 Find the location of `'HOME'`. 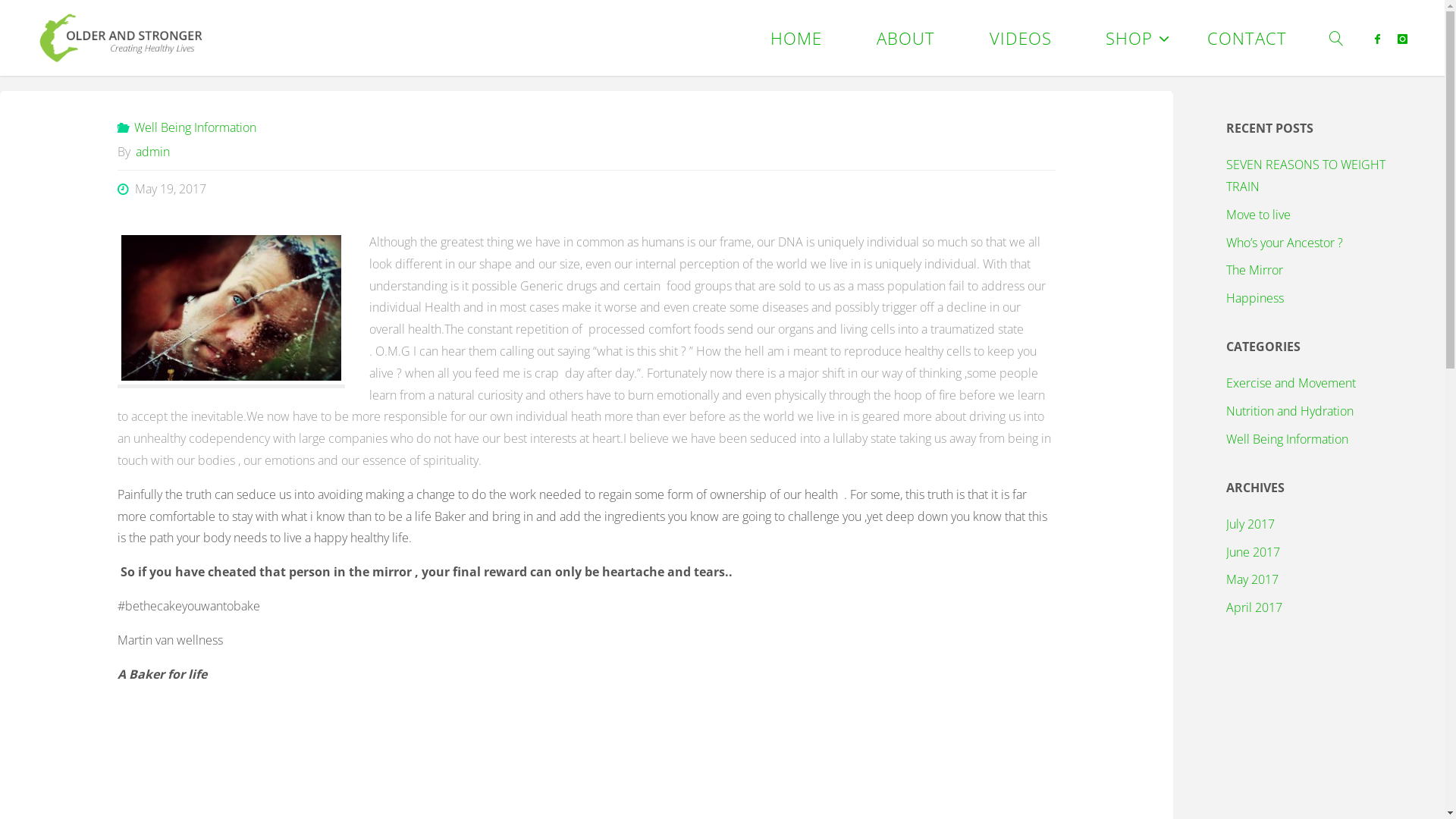

'HOME' is located at coordinates (742, 37).